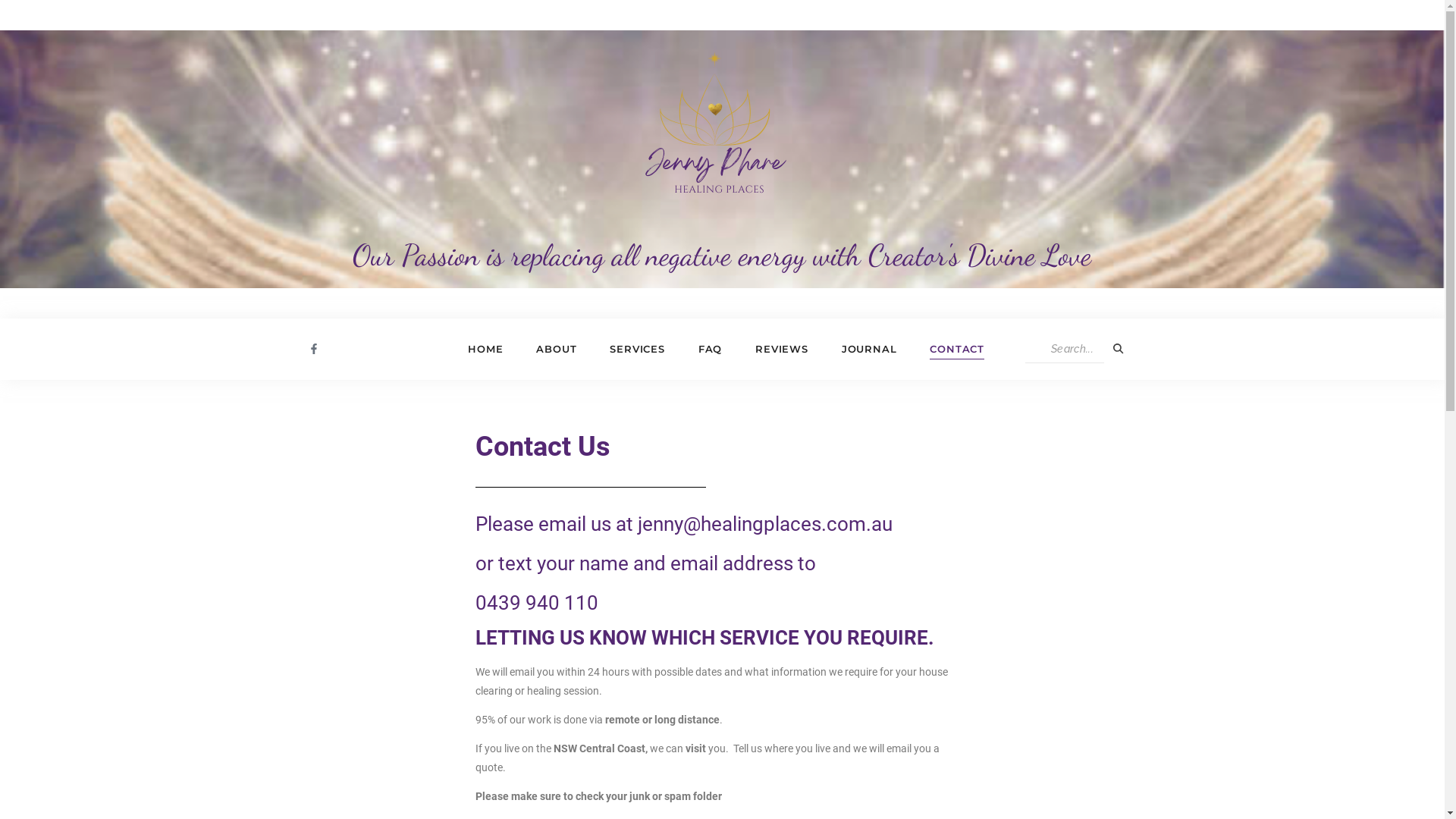 This screenshot has width=1456, height=819. What do you see at coordinates (555, 349) in the screenshot?
I see `'ABOUT'` at bounding box center [555, 349].